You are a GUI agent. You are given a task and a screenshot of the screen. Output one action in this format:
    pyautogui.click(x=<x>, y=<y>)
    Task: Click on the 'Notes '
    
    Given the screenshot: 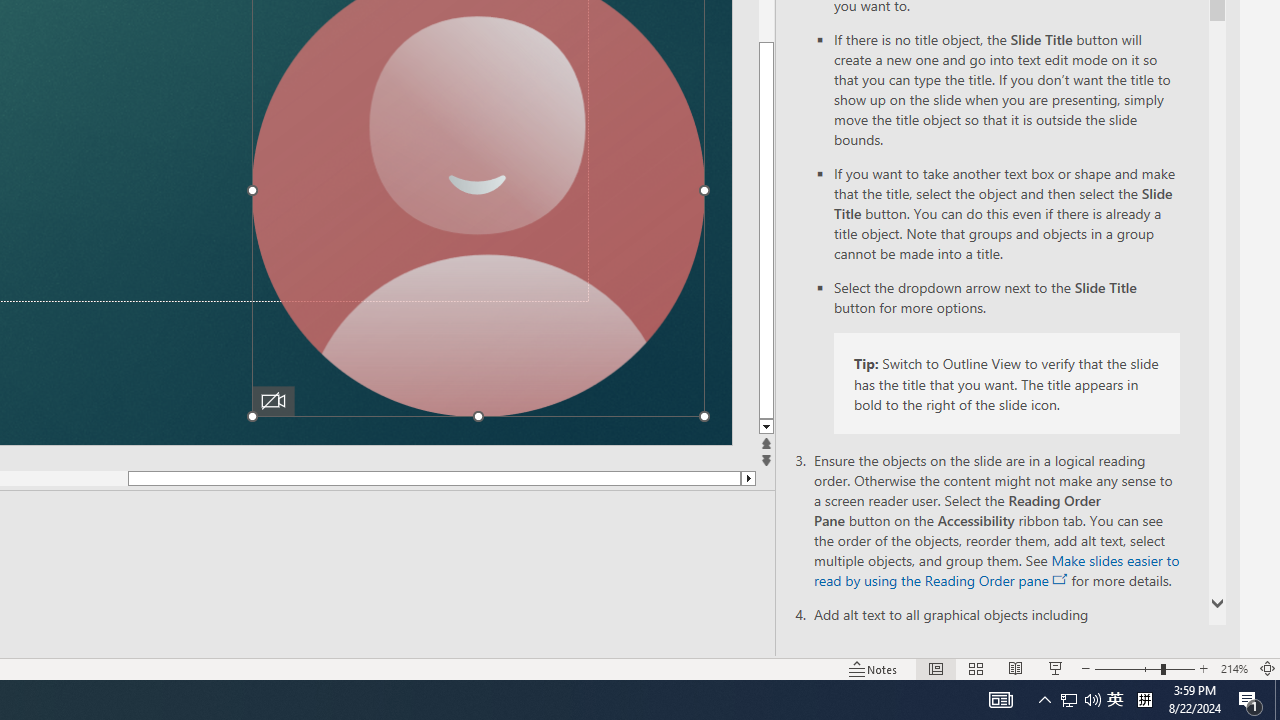 What is the action you would take?
    pyautogui.click(x=874, y=669)
    